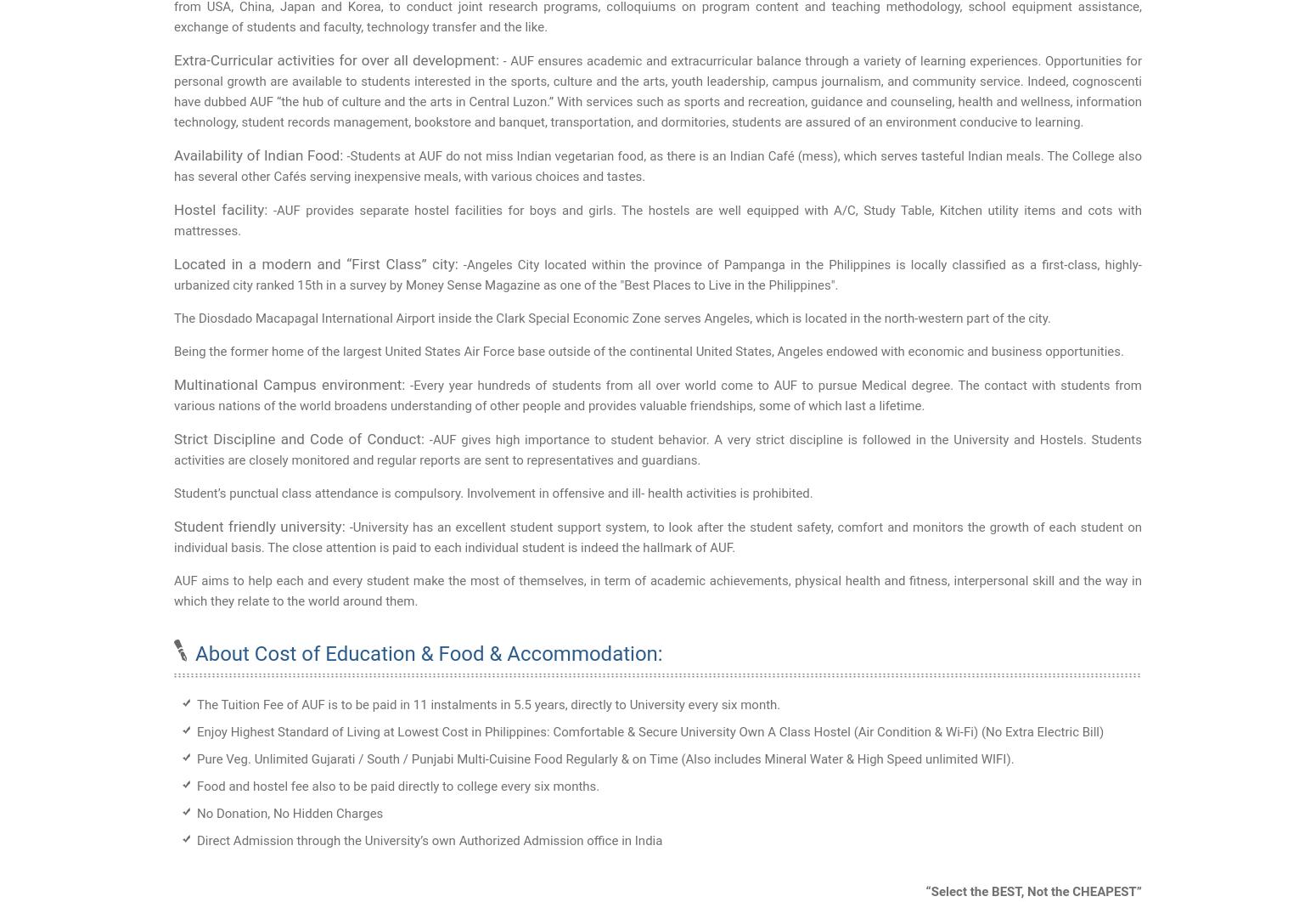 This screenshot has height=902, width=1316. Describe the element at coordinates (173, 220) in the screenshot. I see `'-AUF provides separate hostel facilities for boys and girls. The hostels are well equipped with A/C, Study Table, Kitchen utility items and cots with mattresses.'` at that location.